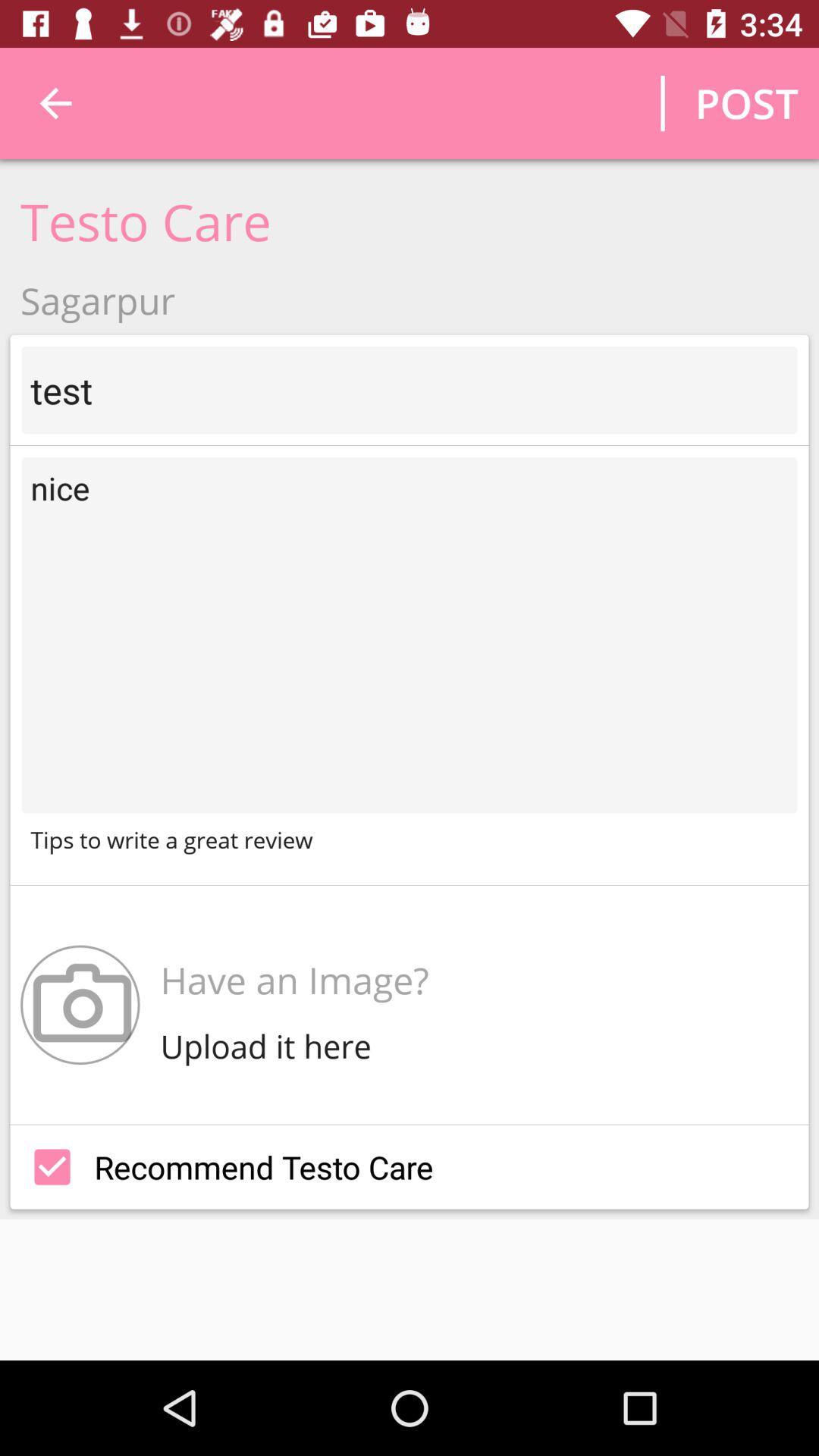 The image size is (819, 1456). What do you see at coordinates (745, 102) in the screenshot?
I see `the post item` at bounding box center [745, 102].